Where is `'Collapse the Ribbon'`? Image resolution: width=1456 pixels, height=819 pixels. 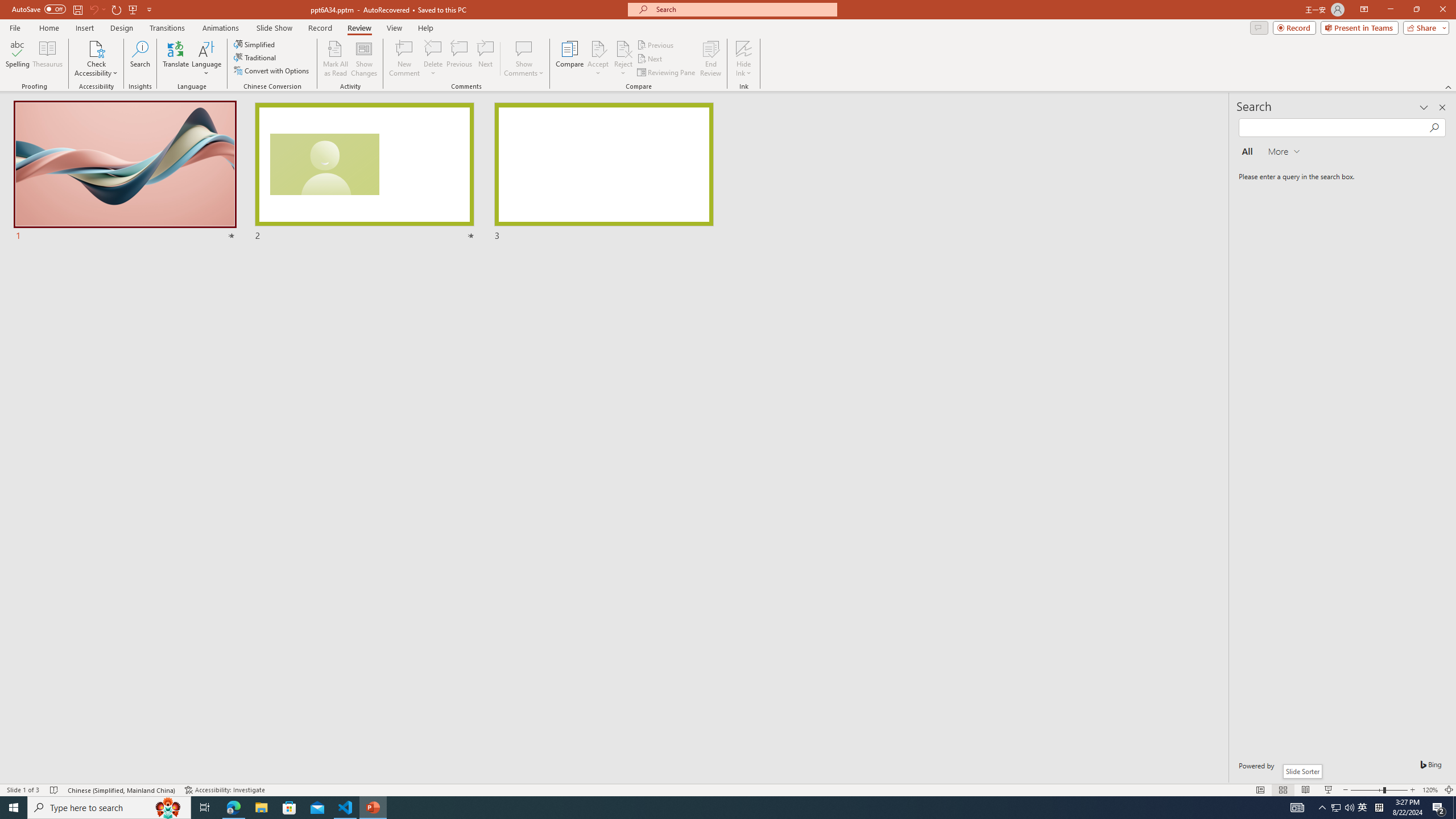 'Collapse the Ribbon' is located at coordinates (1449, 87).